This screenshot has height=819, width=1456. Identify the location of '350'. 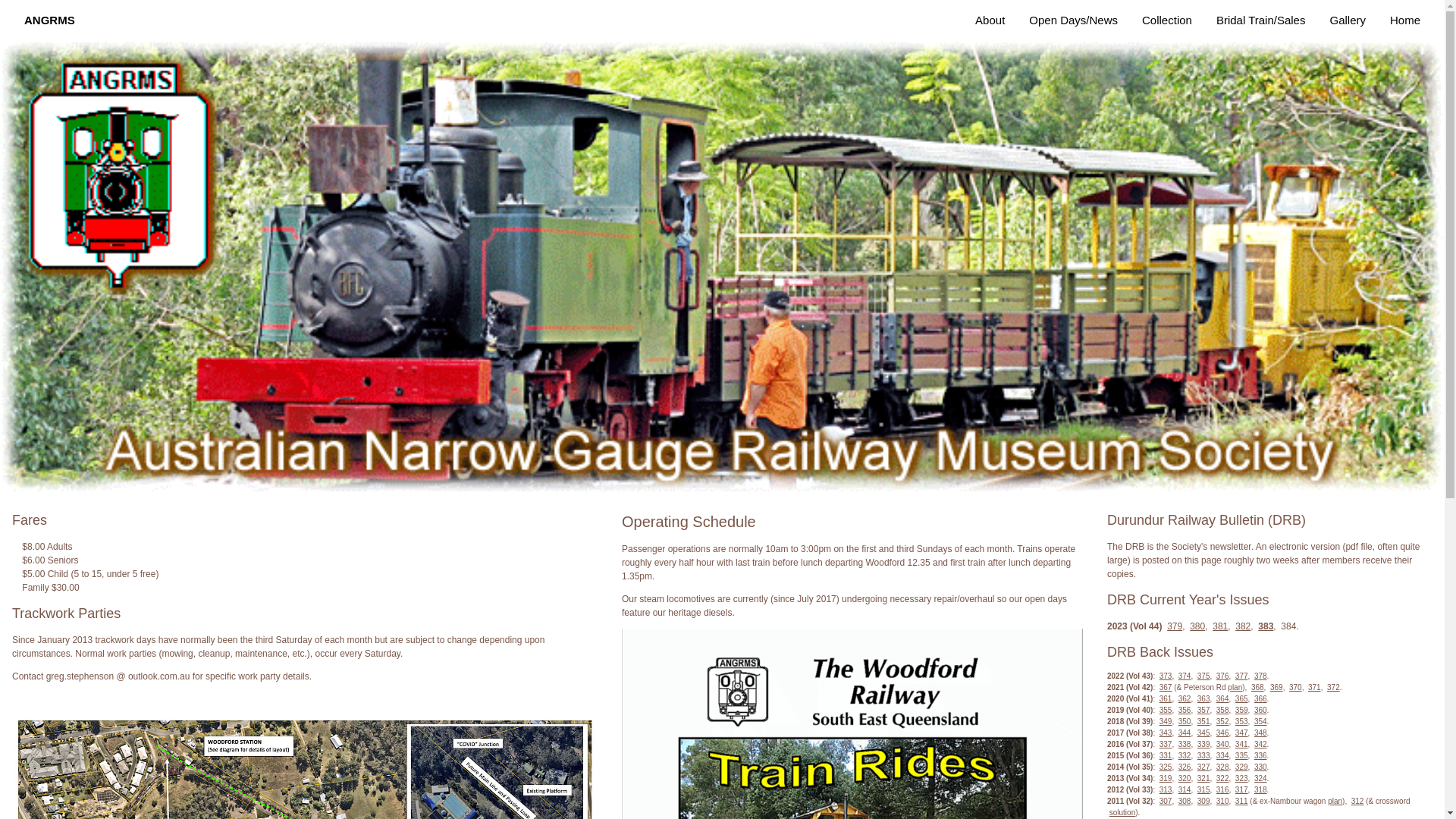
(1184, 720).